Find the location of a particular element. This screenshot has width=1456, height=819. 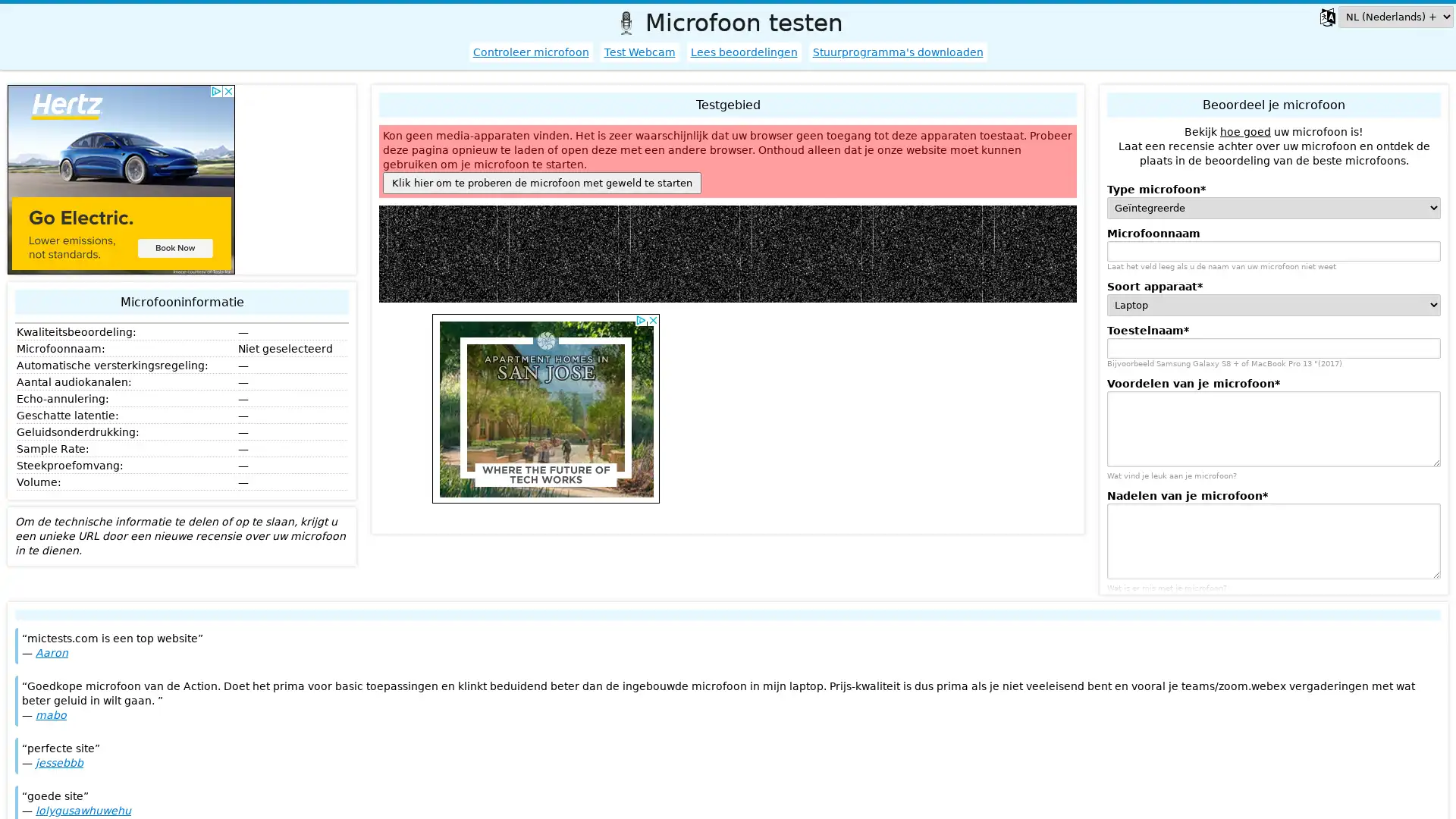

Klik hier om te proberen de microfoon met geweld te starten is located at coordinates (542, 182).